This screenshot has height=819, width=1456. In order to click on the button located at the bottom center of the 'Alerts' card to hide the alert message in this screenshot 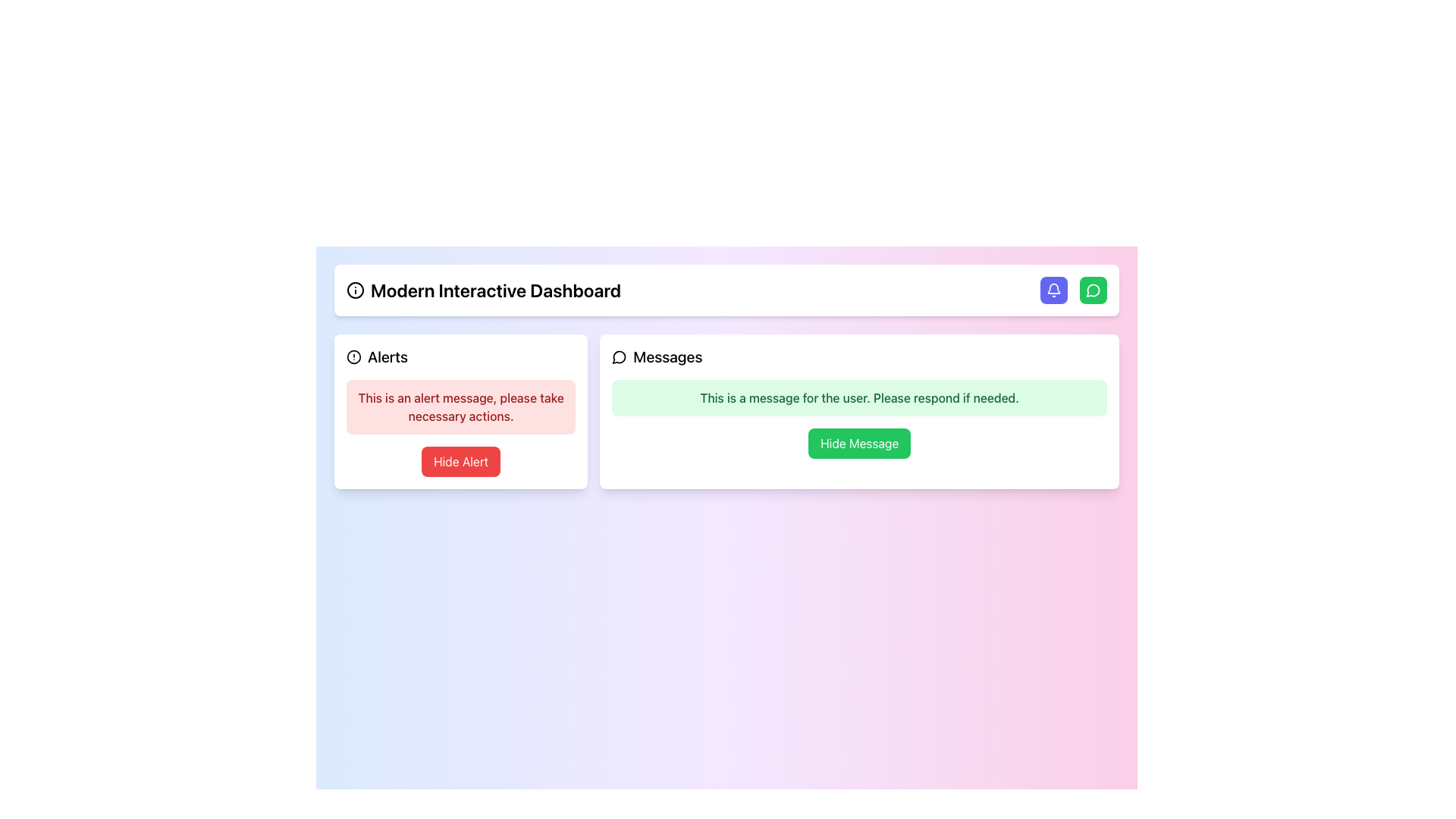, I will do `click(460, 461)`.